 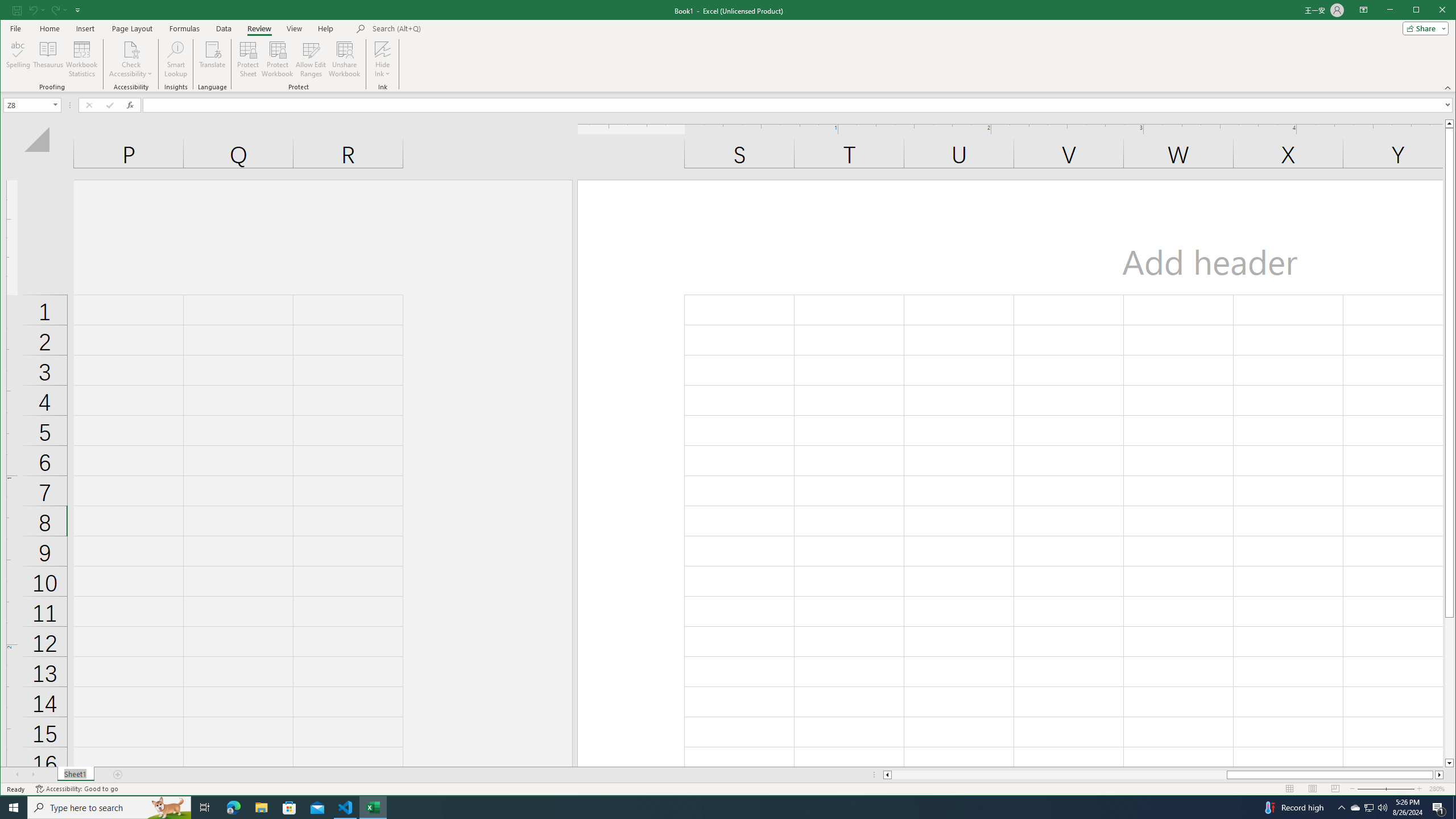 What do you see at coordinates (176, 59) in the screenshot?
I see `'Smart Lookup'` at bounding box center [176, 59].